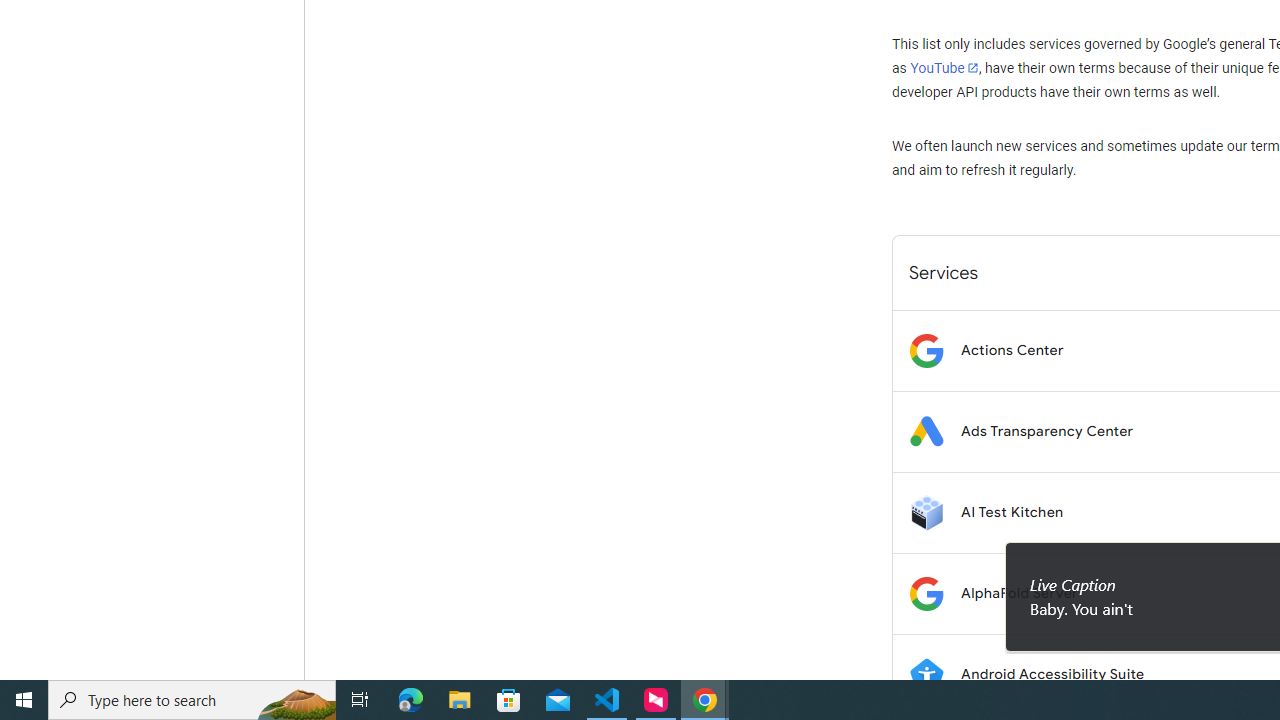 The image size is (1280, 720). I want to click on 'Logo for AlphaFold Server', so click(925, 592).